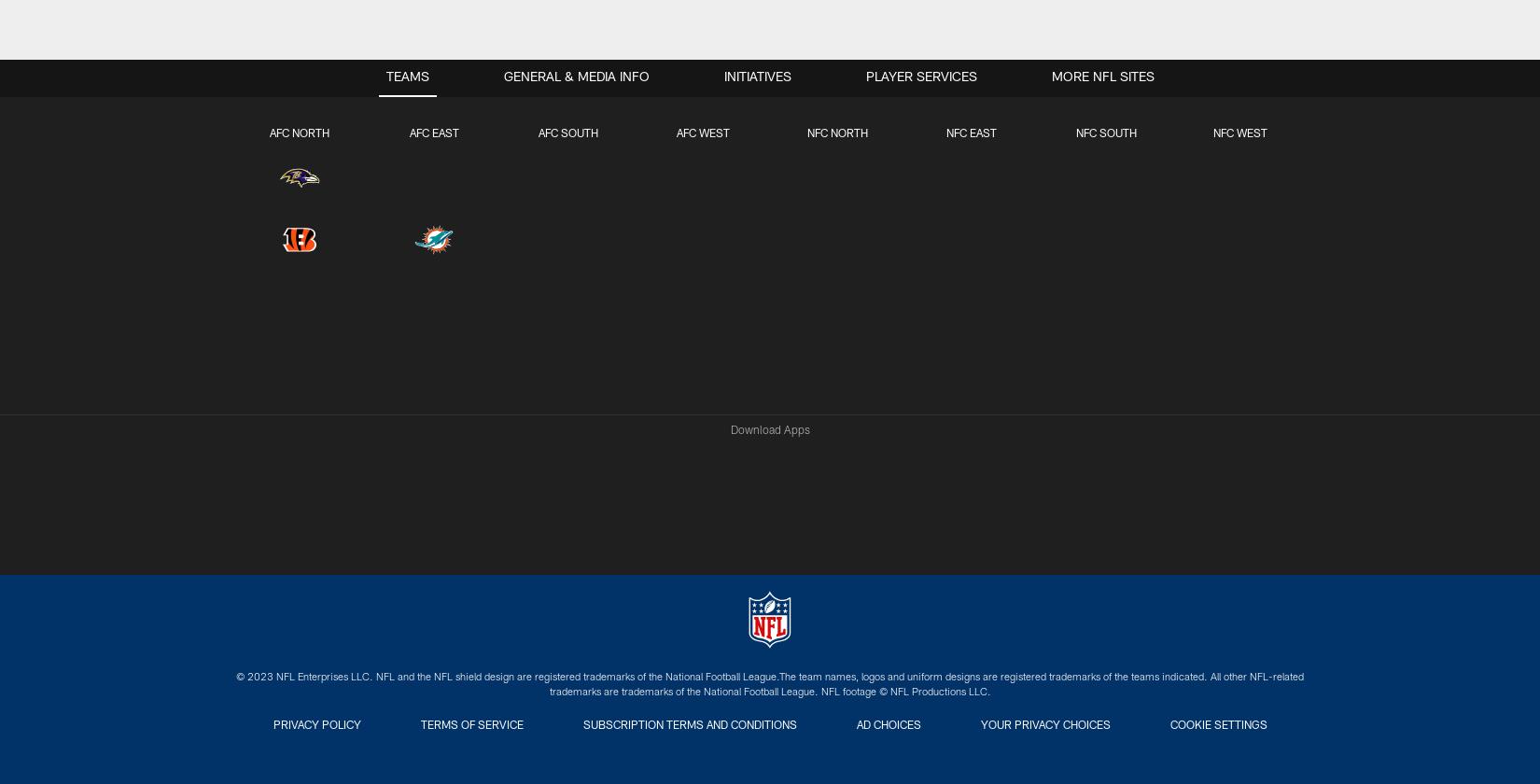 The width and height of the screenshot is (1540, 784). Describe the element at coordinates (470, 726) in the screenshot. I see `'Terms of Service'` at that location.